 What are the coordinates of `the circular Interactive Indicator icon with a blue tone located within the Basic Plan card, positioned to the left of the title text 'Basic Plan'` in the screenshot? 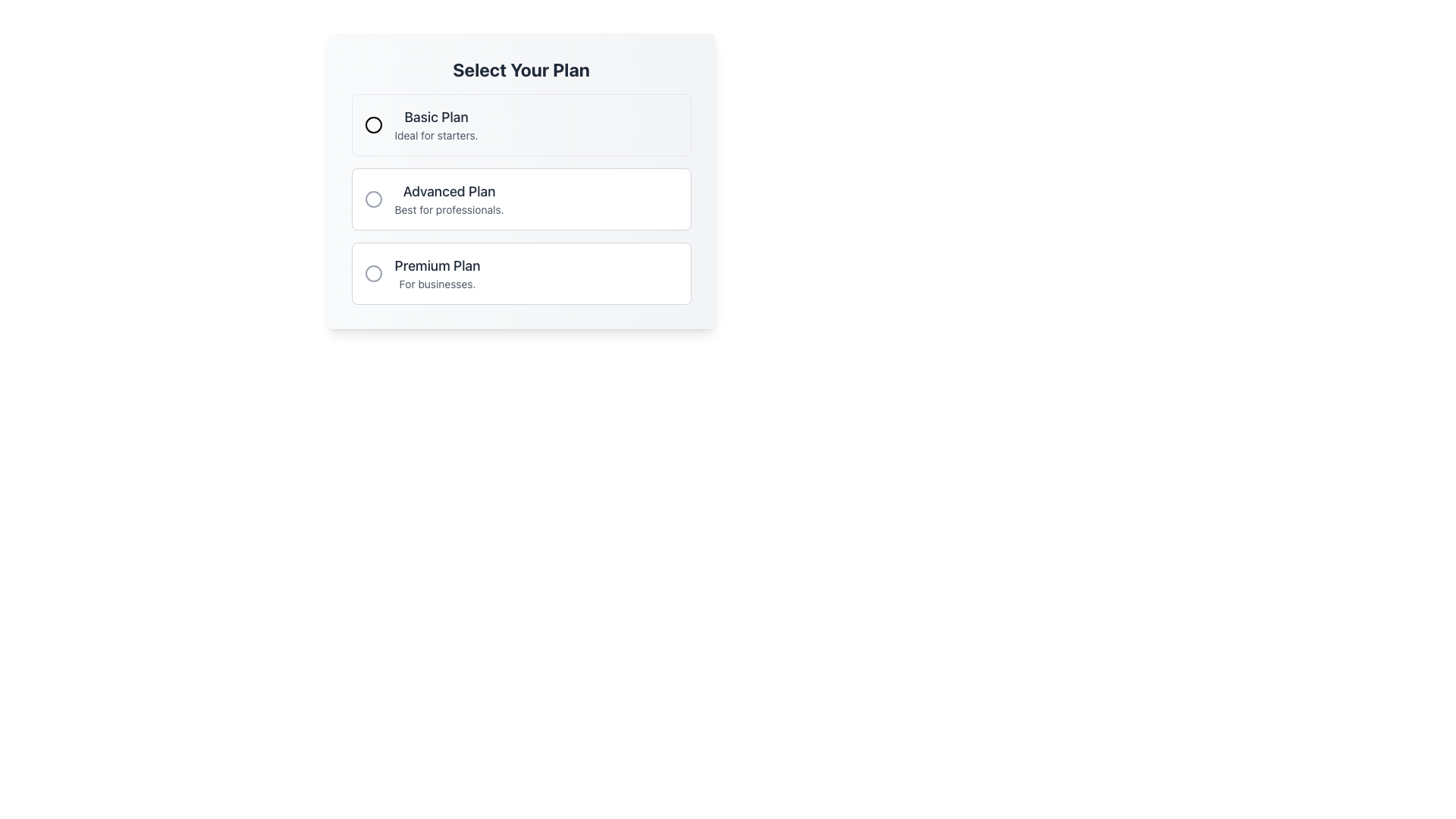 It's located at (373, 124).